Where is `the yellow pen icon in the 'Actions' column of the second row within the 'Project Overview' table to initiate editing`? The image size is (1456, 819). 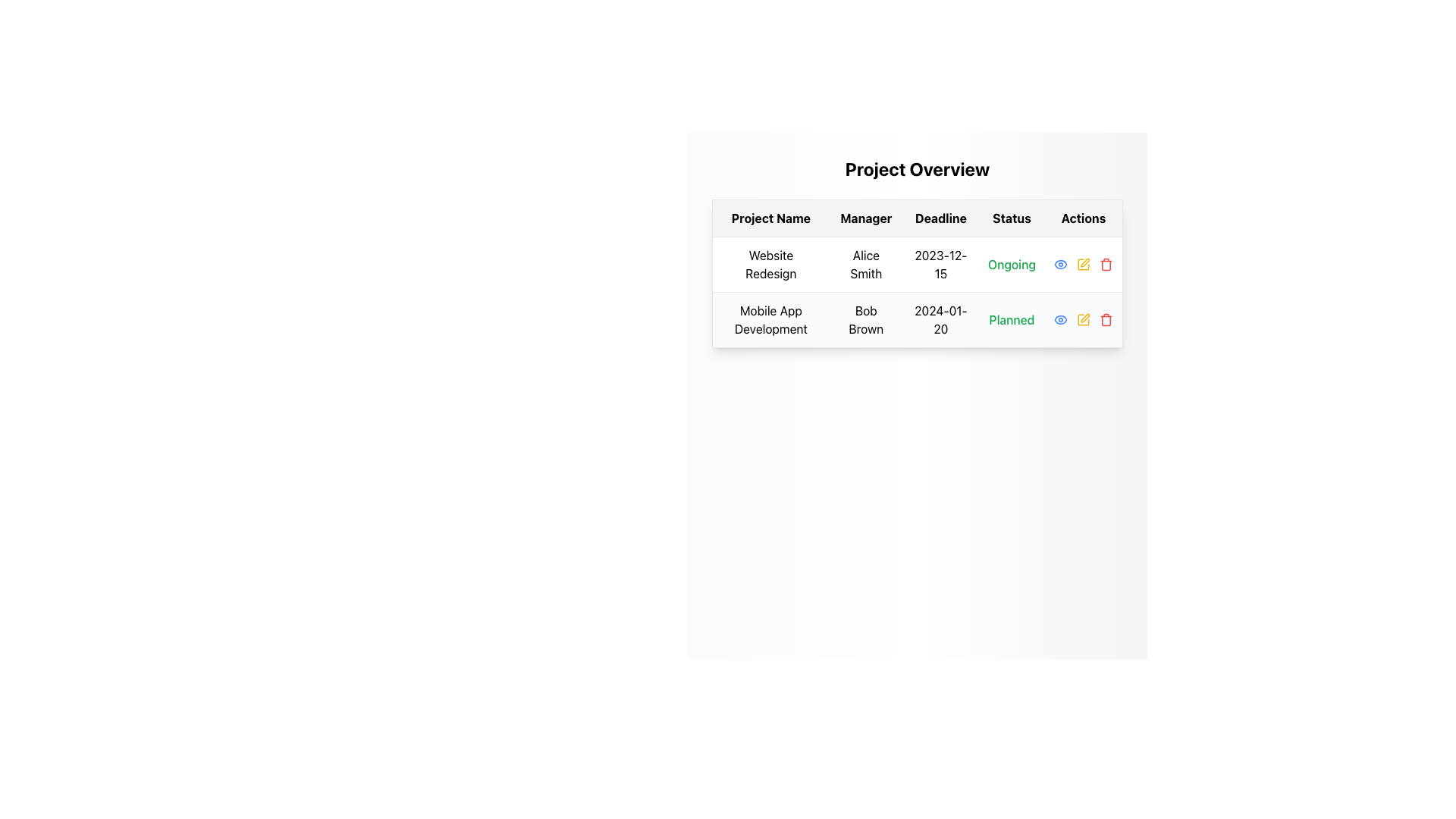
the yellow pen icon in the 'Actions' column of the second row within the 'Project Overview' table to initiate editing is located at coordinates (1084, 262).